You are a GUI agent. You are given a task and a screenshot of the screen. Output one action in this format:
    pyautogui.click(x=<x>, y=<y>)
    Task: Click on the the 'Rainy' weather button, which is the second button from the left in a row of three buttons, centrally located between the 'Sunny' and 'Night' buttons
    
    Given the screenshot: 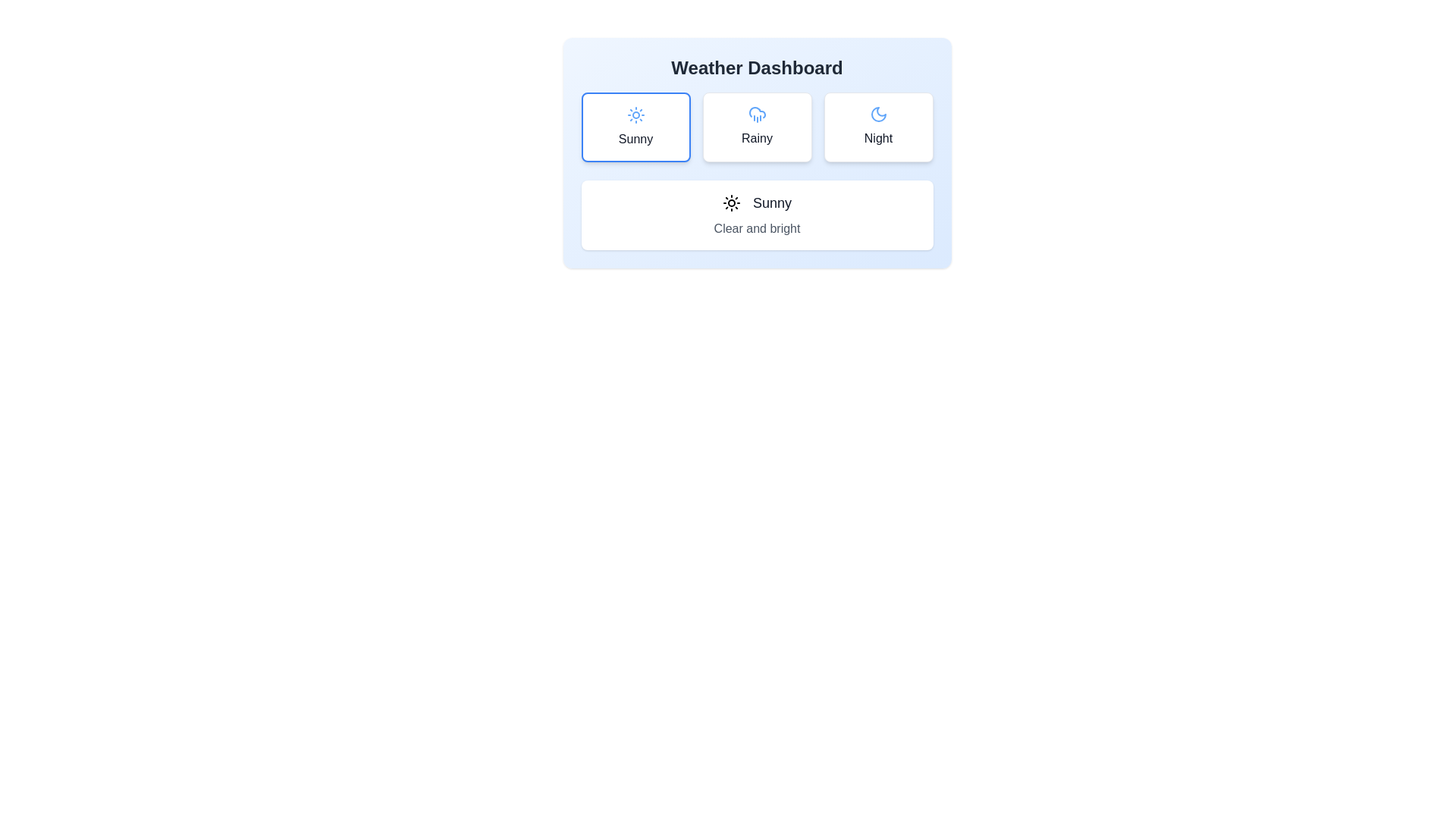 What is the action you would take?
    pyautogui.click(x=757, y=127)
    